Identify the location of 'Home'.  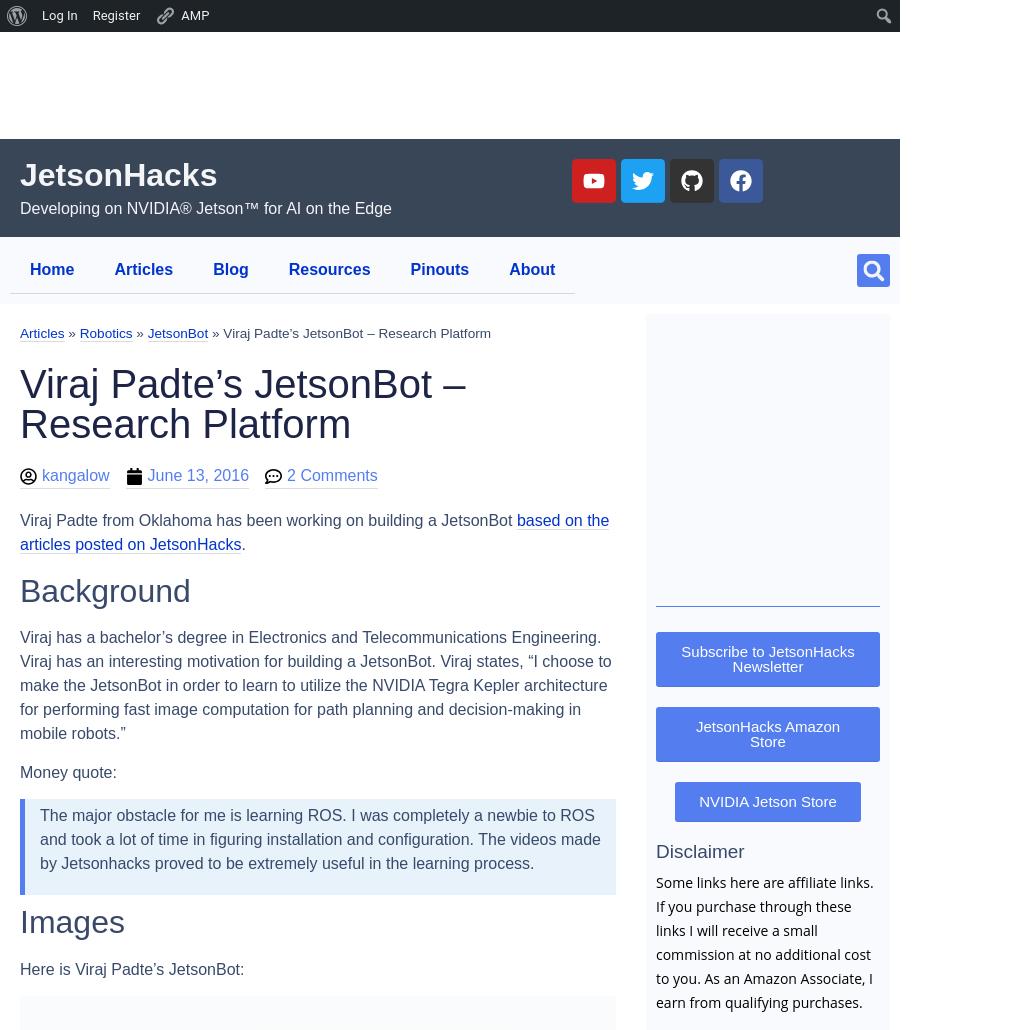
(51, 268).